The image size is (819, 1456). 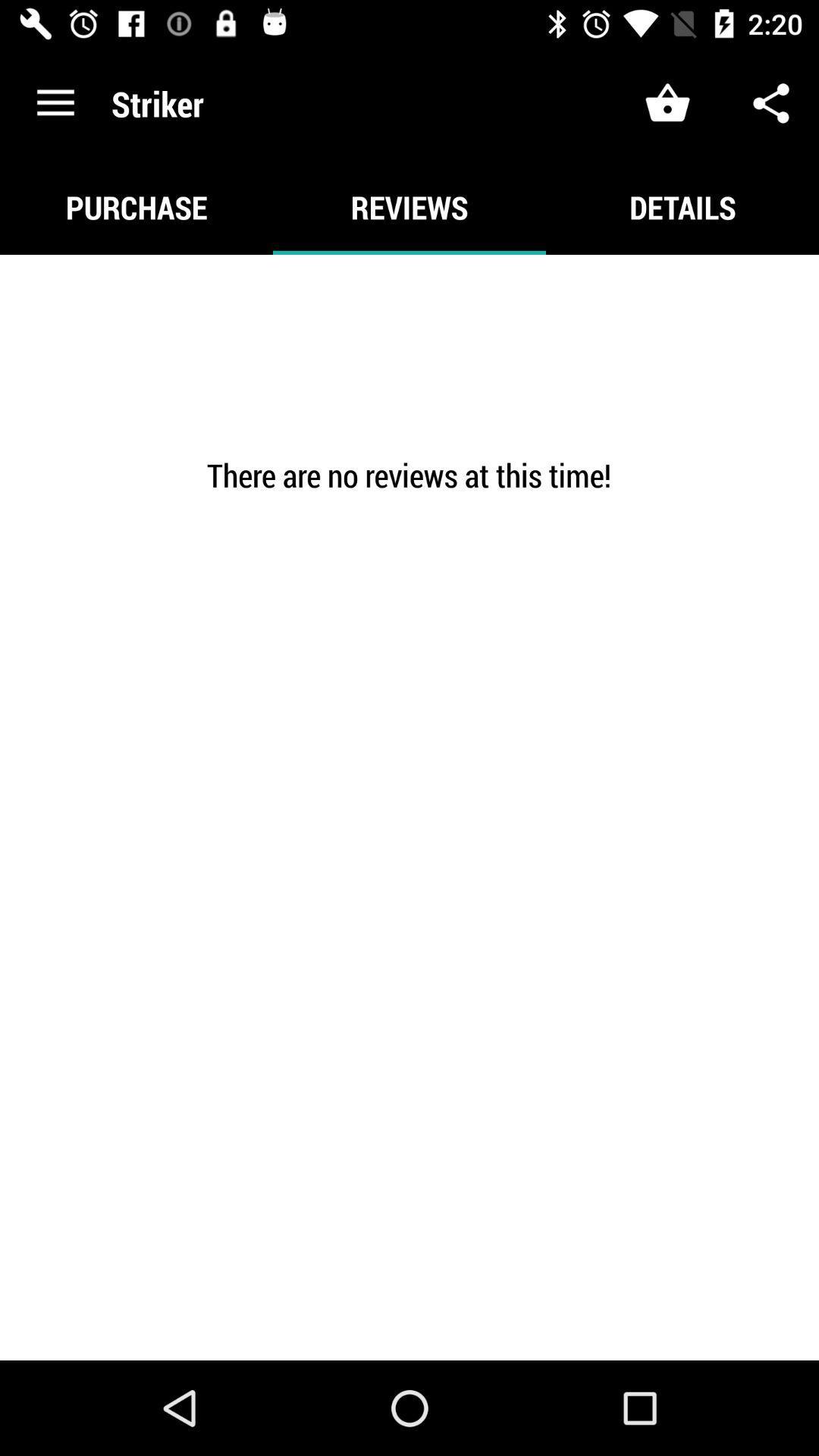 What do you see at coordinates (55, 102) in the screenshot?
I see `the item next to the striker` at bounding box center [55, 102].